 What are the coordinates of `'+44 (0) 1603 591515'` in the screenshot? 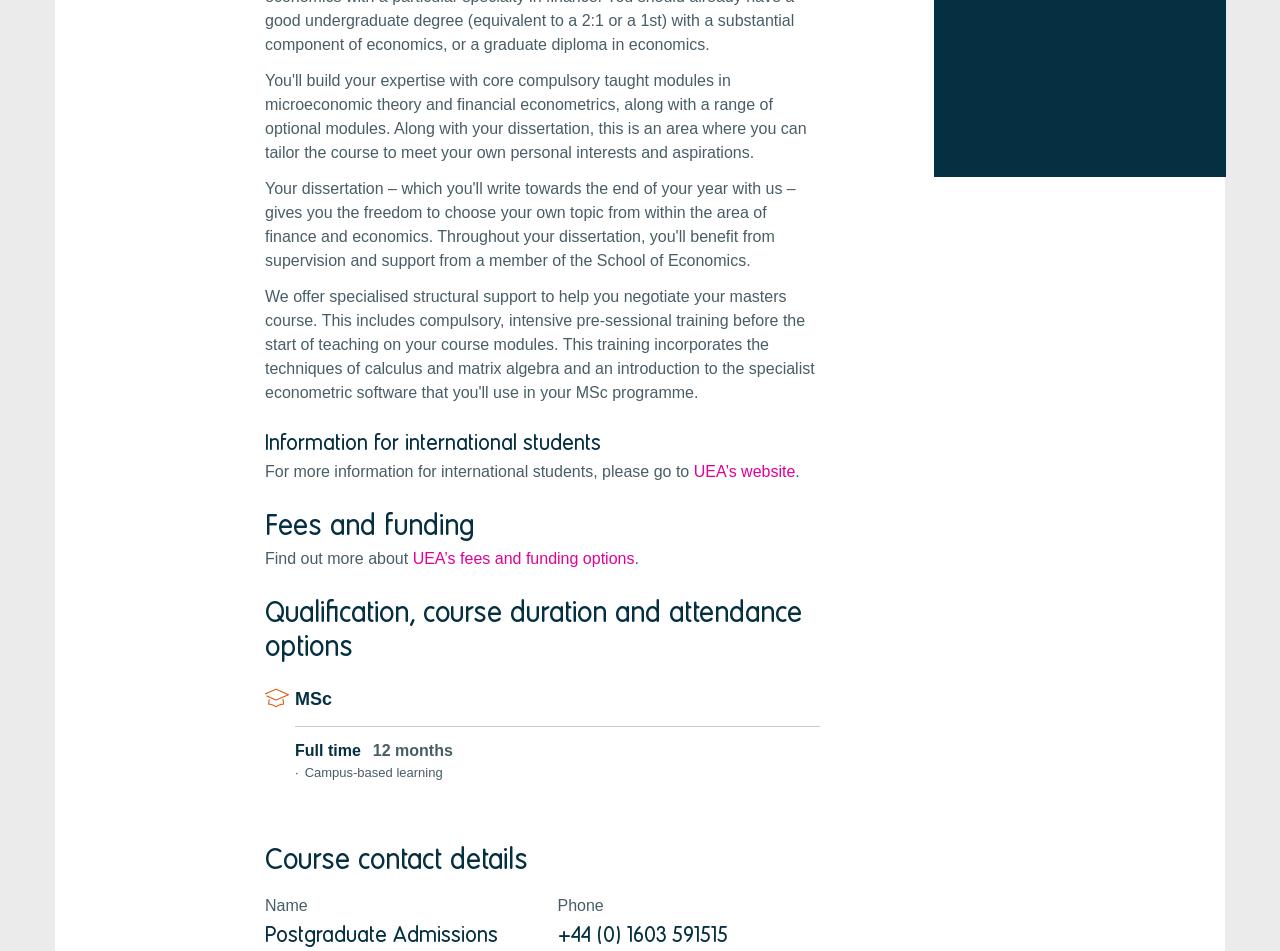 It's located at (642, 932).